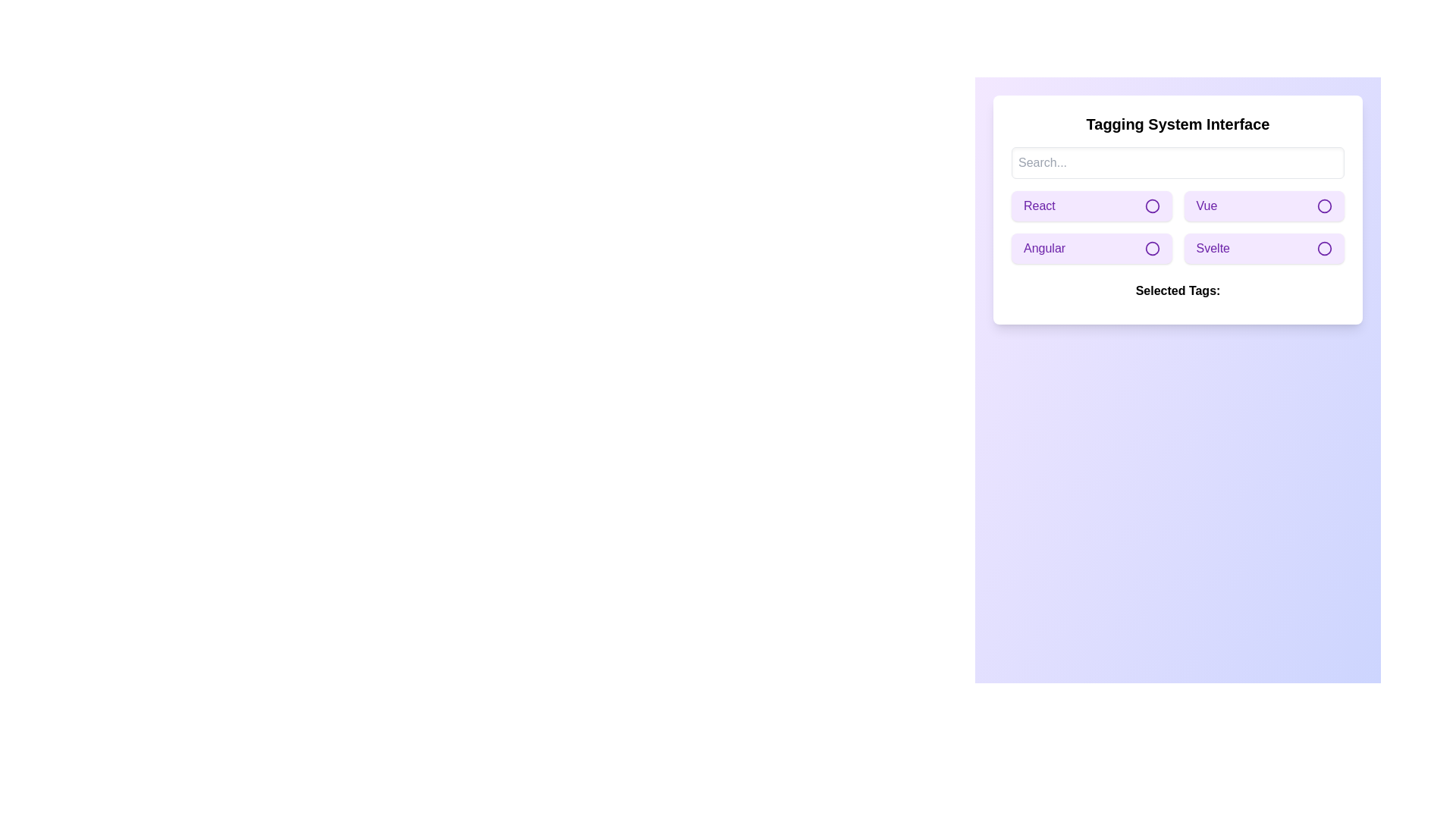  What do you see at coordinates (1324, 206) in the screenshot?
I see `the circular radio button indicator inside the purple-colored box labeled 'Vue' for its selection state` at bounding box center [1324, 206].